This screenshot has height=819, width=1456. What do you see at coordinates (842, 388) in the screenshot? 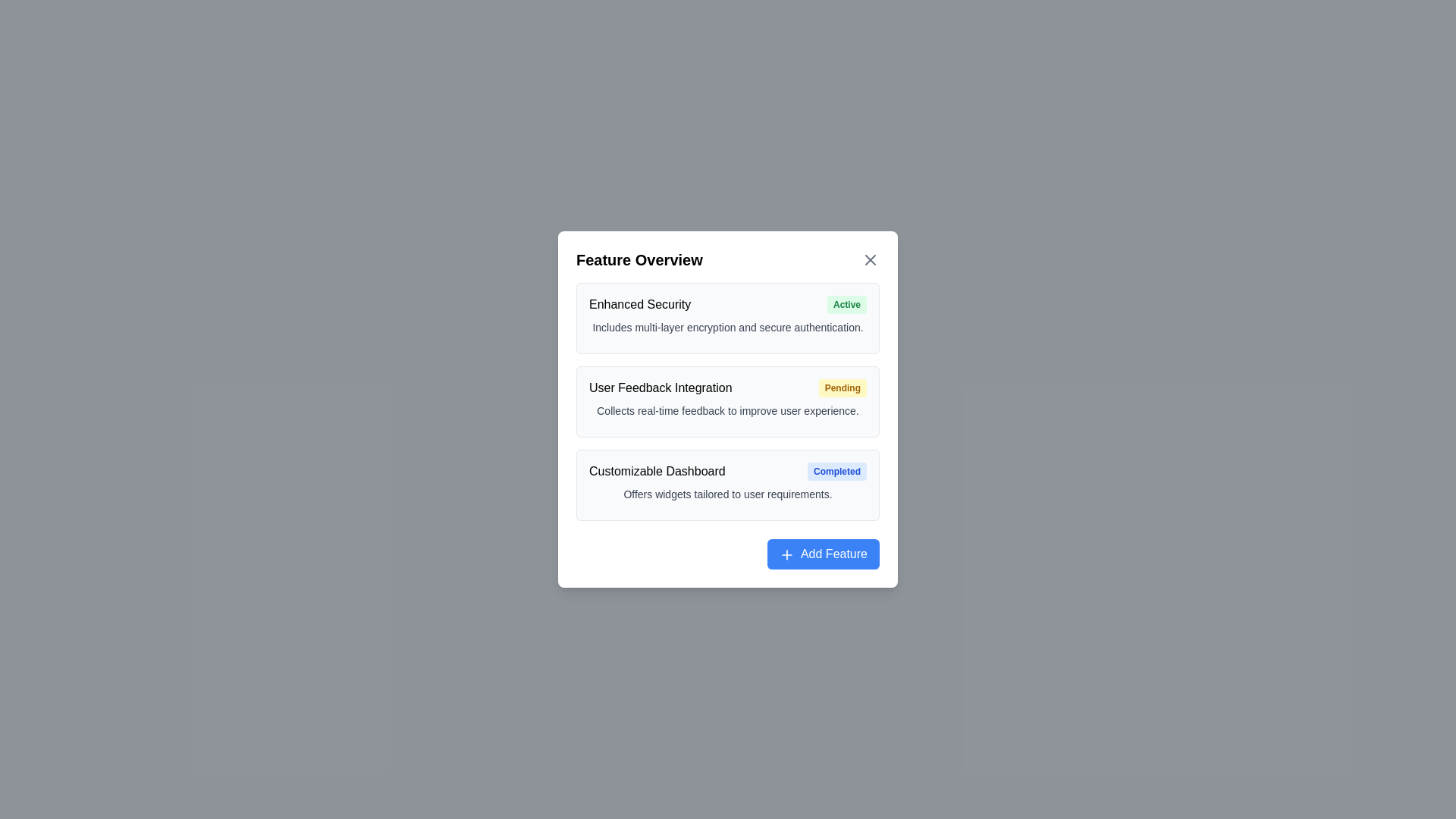
I see `the Status badge indicating the 'Pending' status of the 'User Feedback Integration' feature, which is positioned to the right of the corresponding text and above the descriptive text` at bounding box center [842, 388].